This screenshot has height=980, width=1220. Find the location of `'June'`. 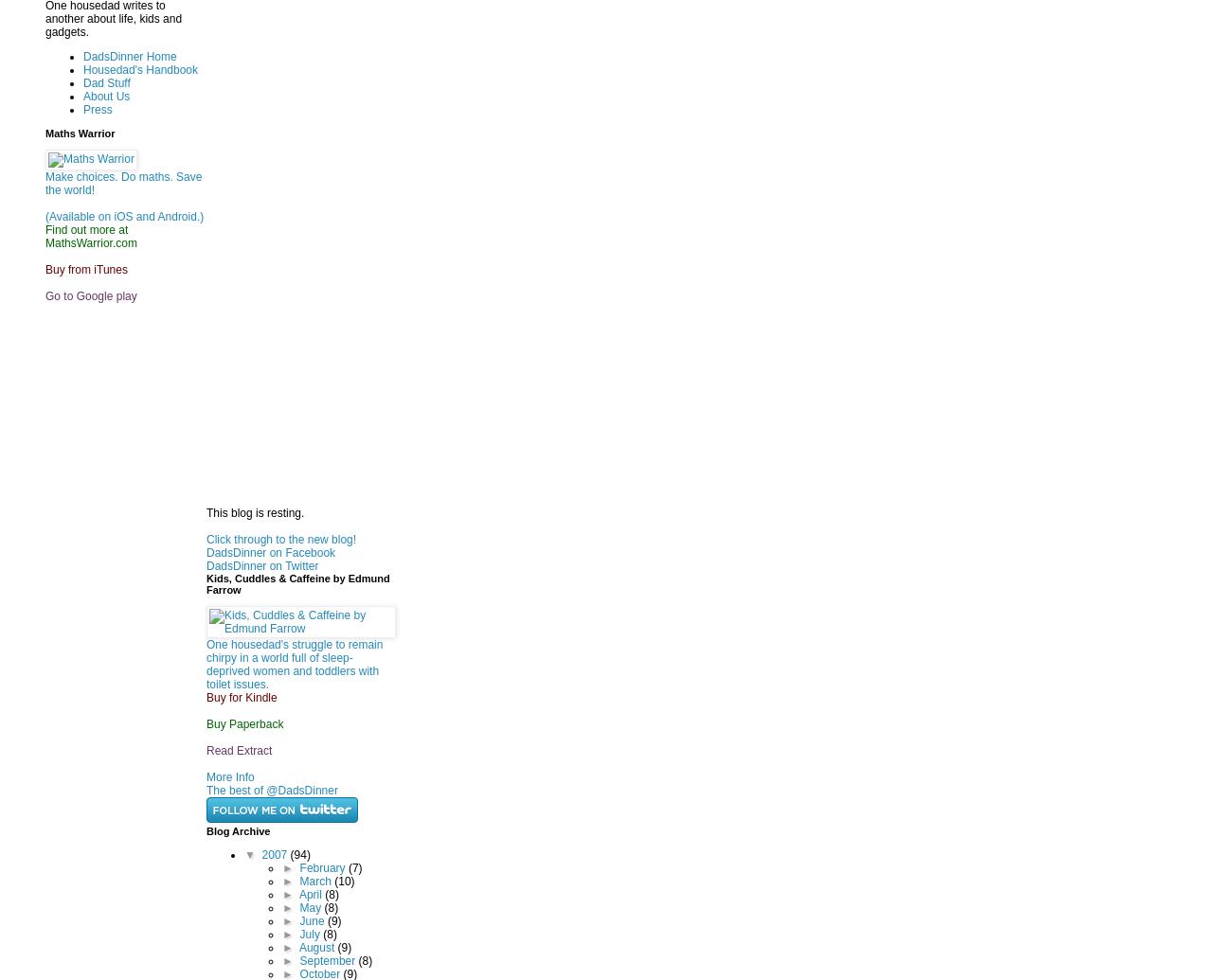

'June' is located at coordinates (298, 918).